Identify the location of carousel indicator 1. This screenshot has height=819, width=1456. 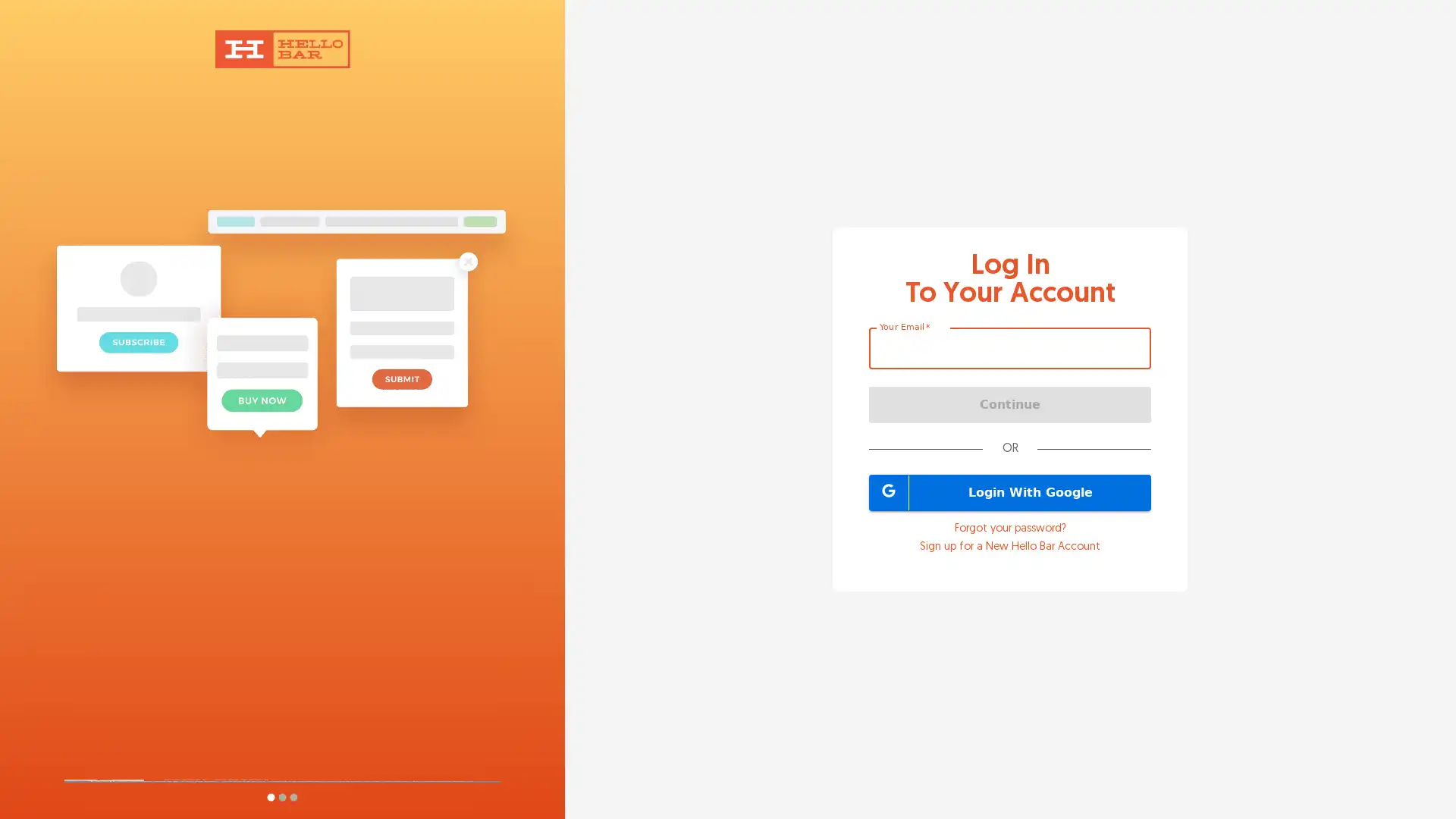
(270, 796).